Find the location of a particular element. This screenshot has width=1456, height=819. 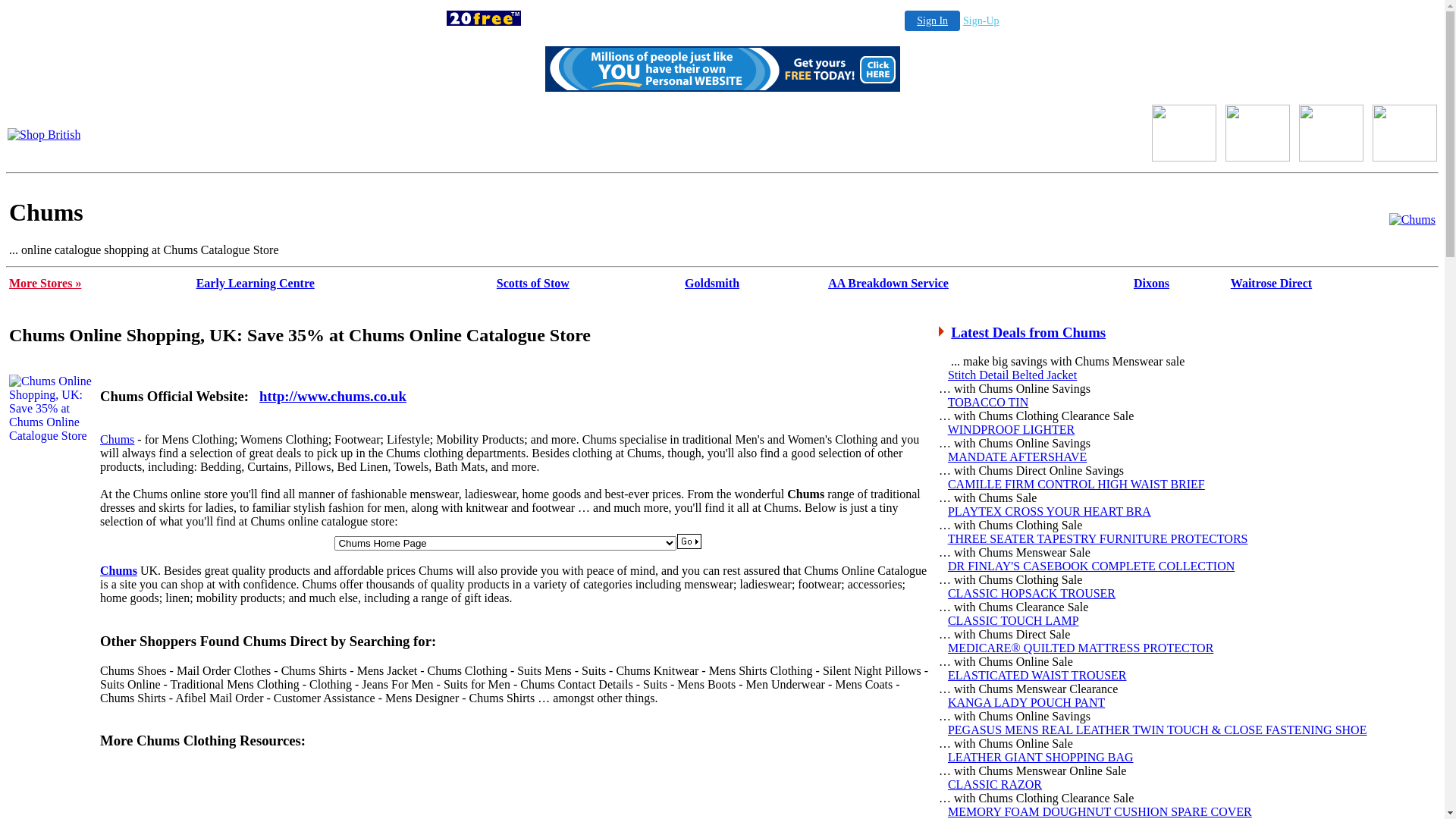

'MEMORY FOAM DOUGHNUT CUSHION SPARE COVER' is located at coordinates (946, 811).